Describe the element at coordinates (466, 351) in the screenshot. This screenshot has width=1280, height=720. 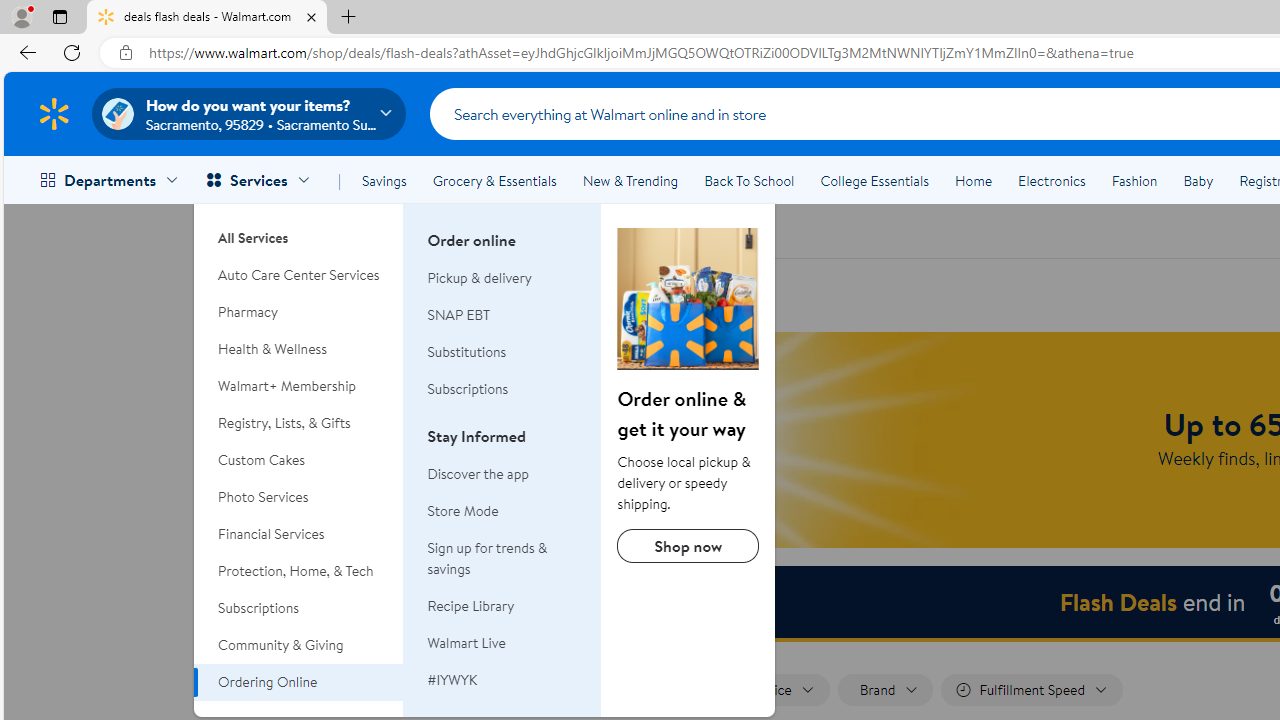
I see `'Substitutions'` at that location.